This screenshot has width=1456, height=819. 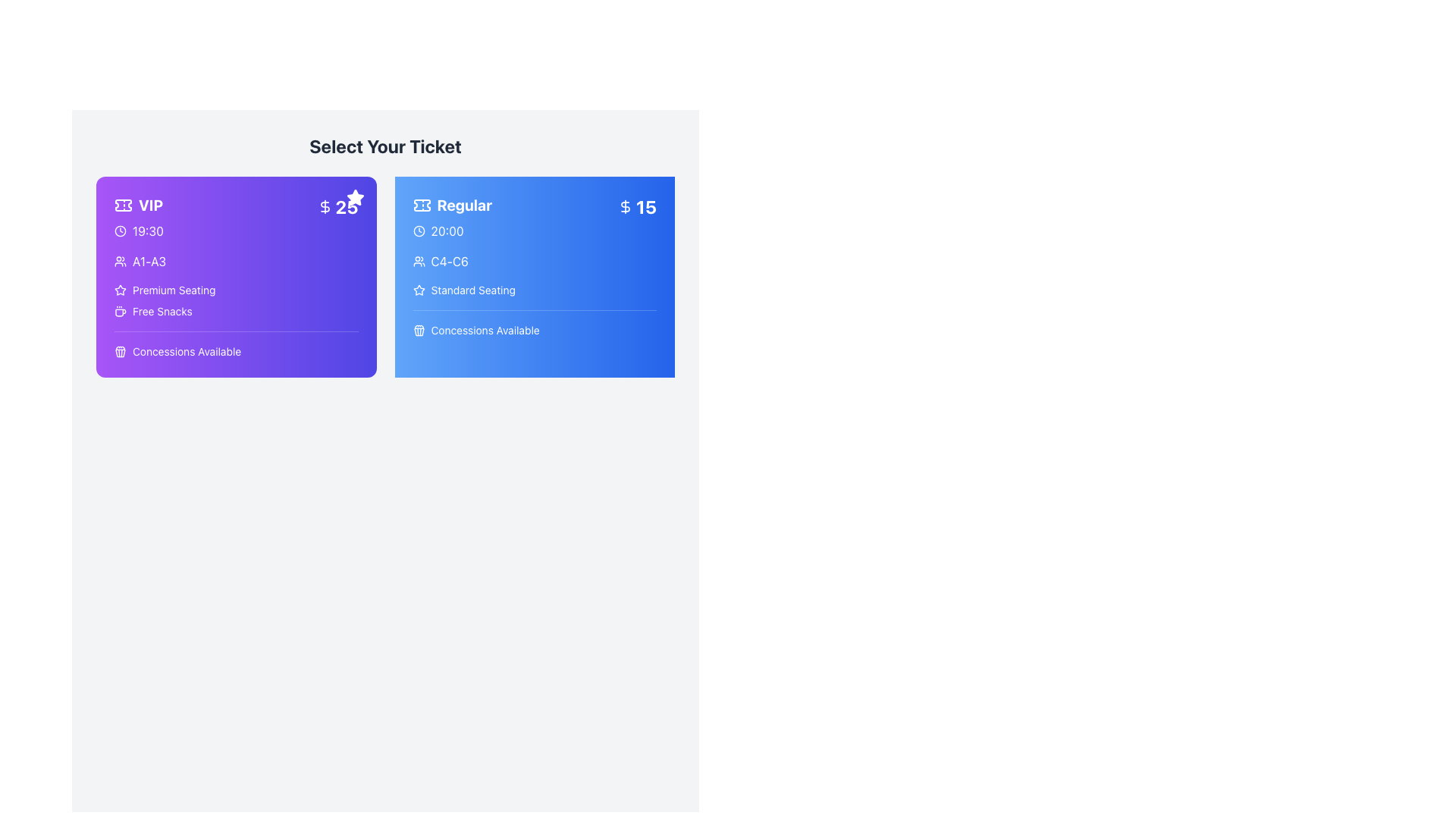 I want to click on the text label with an icon that informs users about concessions available for the 'Regular' ticket category, located within the blue card labeled 'Regular' at the bottom section below the seating information, so click(x=535, y=329).